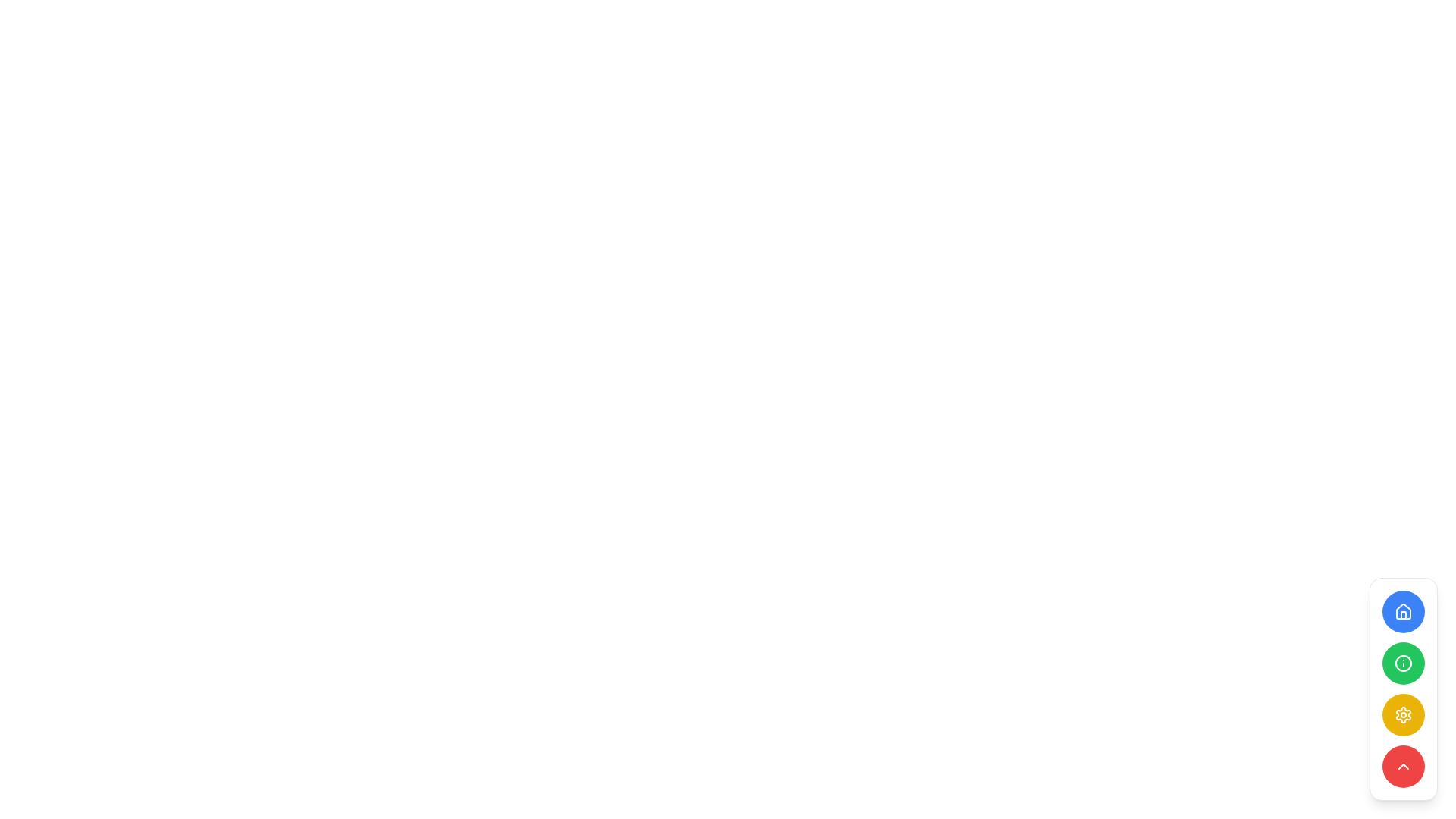  What do you see at coordinates (1403, 714) in the screenshot?
I see `the 'Settings' button located in the rightmost part of the interface` at bounding box center [1403, 714].